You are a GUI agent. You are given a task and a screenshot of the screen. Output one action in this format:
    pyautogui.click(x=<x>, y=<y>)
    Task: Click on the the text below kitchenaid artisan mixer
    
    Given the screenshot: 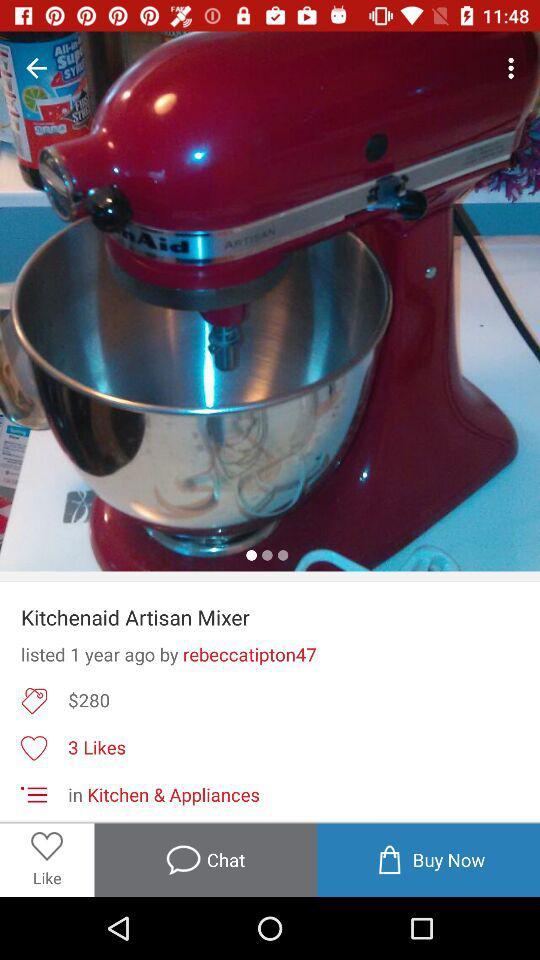 What is the action you would take?
    pyautogui.click(x=270, y=653)
    